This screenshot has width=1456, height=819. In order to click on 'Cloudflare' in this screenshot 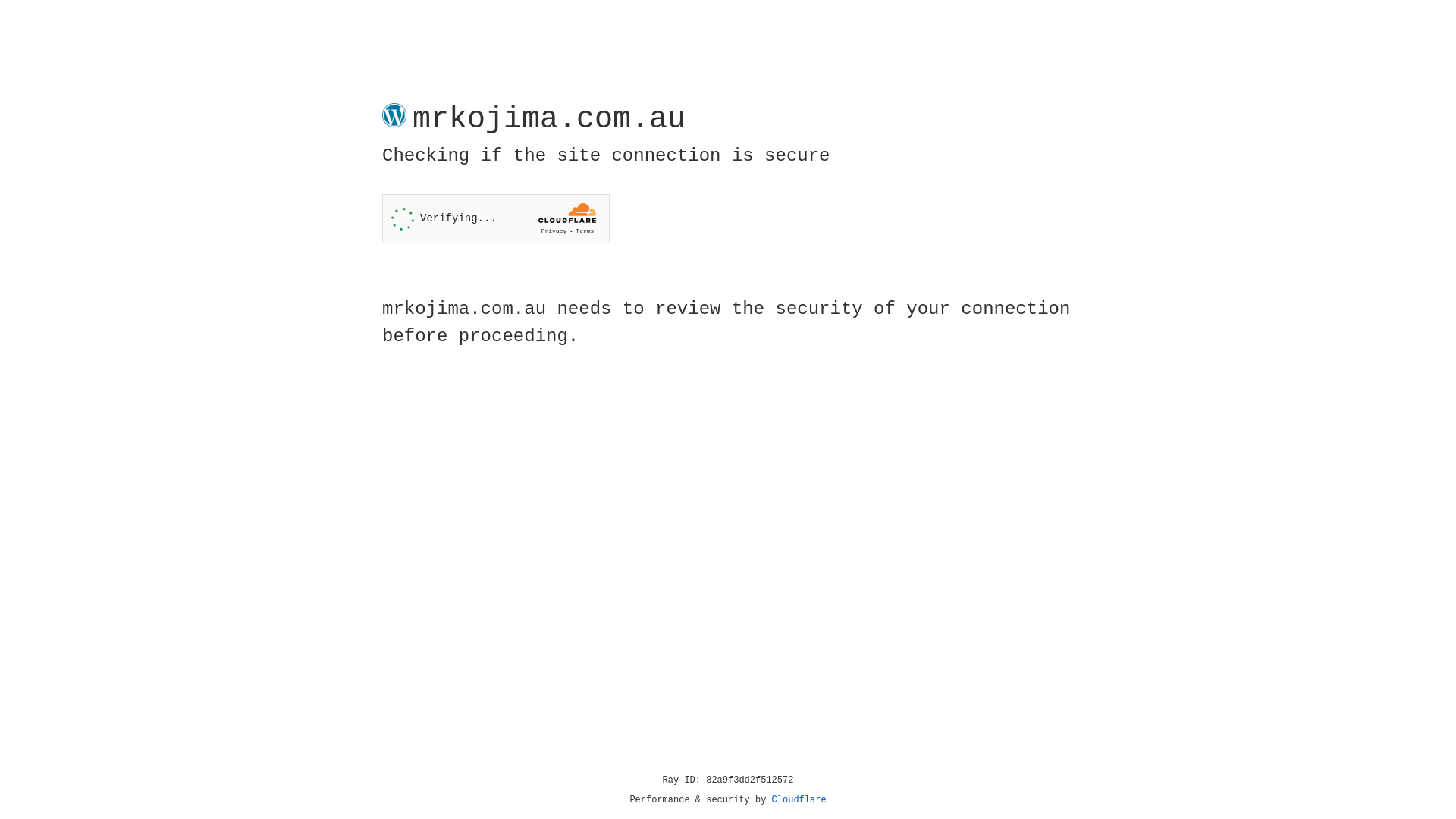, I will do `click(799, 799)`.